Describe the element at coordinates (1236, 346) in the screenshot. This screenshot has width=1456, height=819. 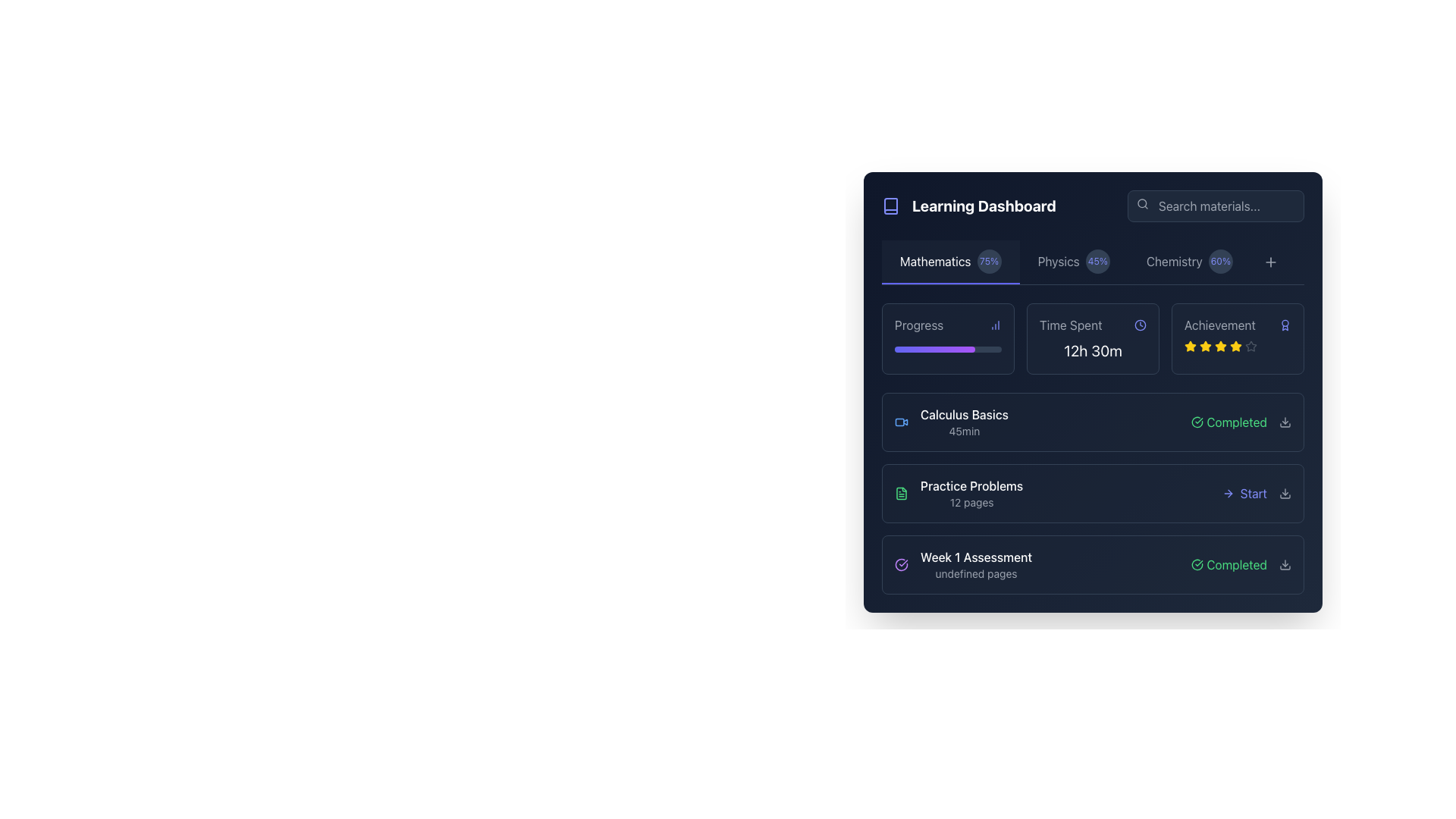
I see `the fourth star icon in the horizontal series of five stars located in the 'Achievement' section of the dashboard card, positioned to the right of 'Time Spent'` at that location.